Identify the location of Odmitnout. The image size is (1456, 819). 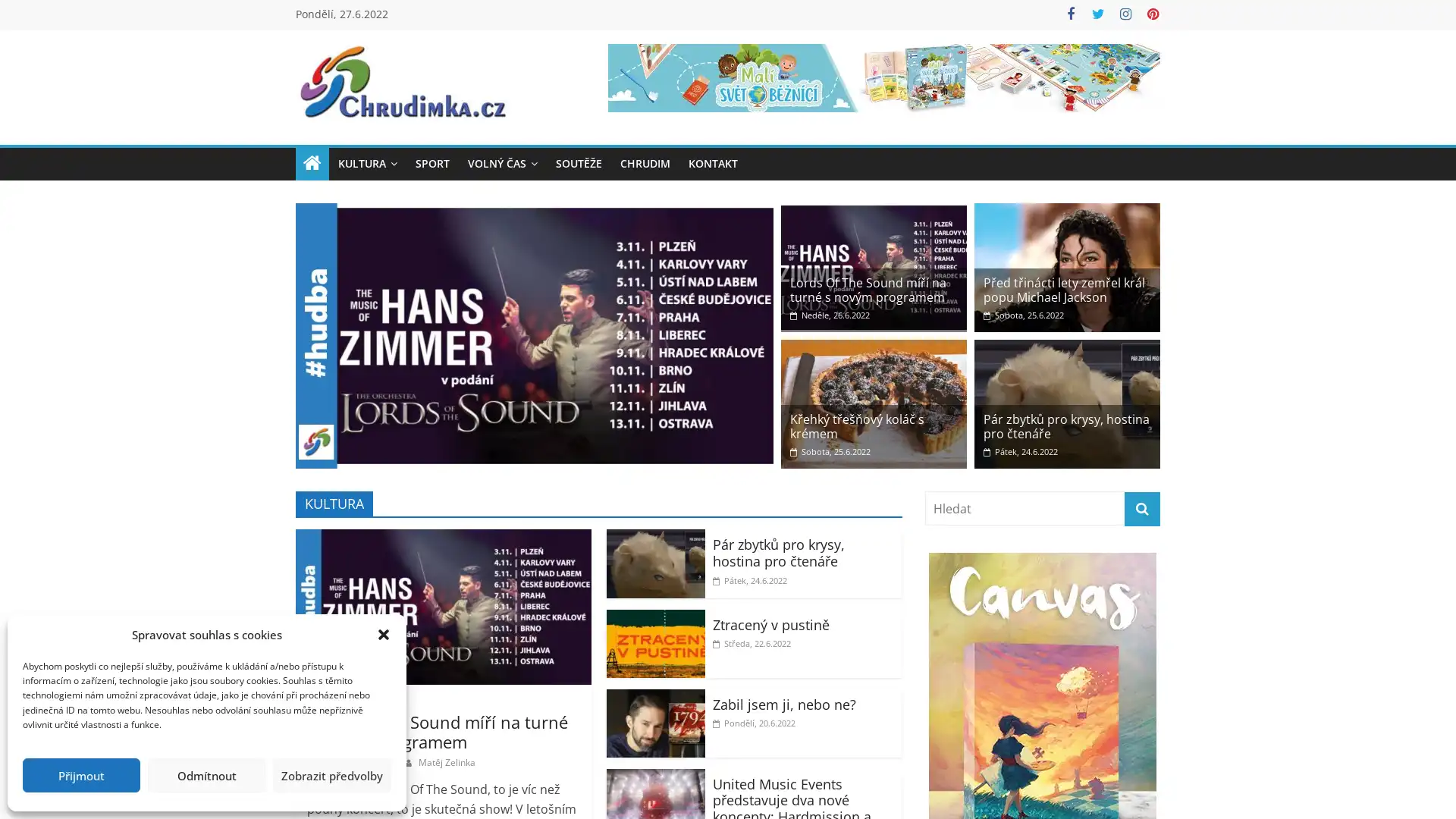
(206, 775).